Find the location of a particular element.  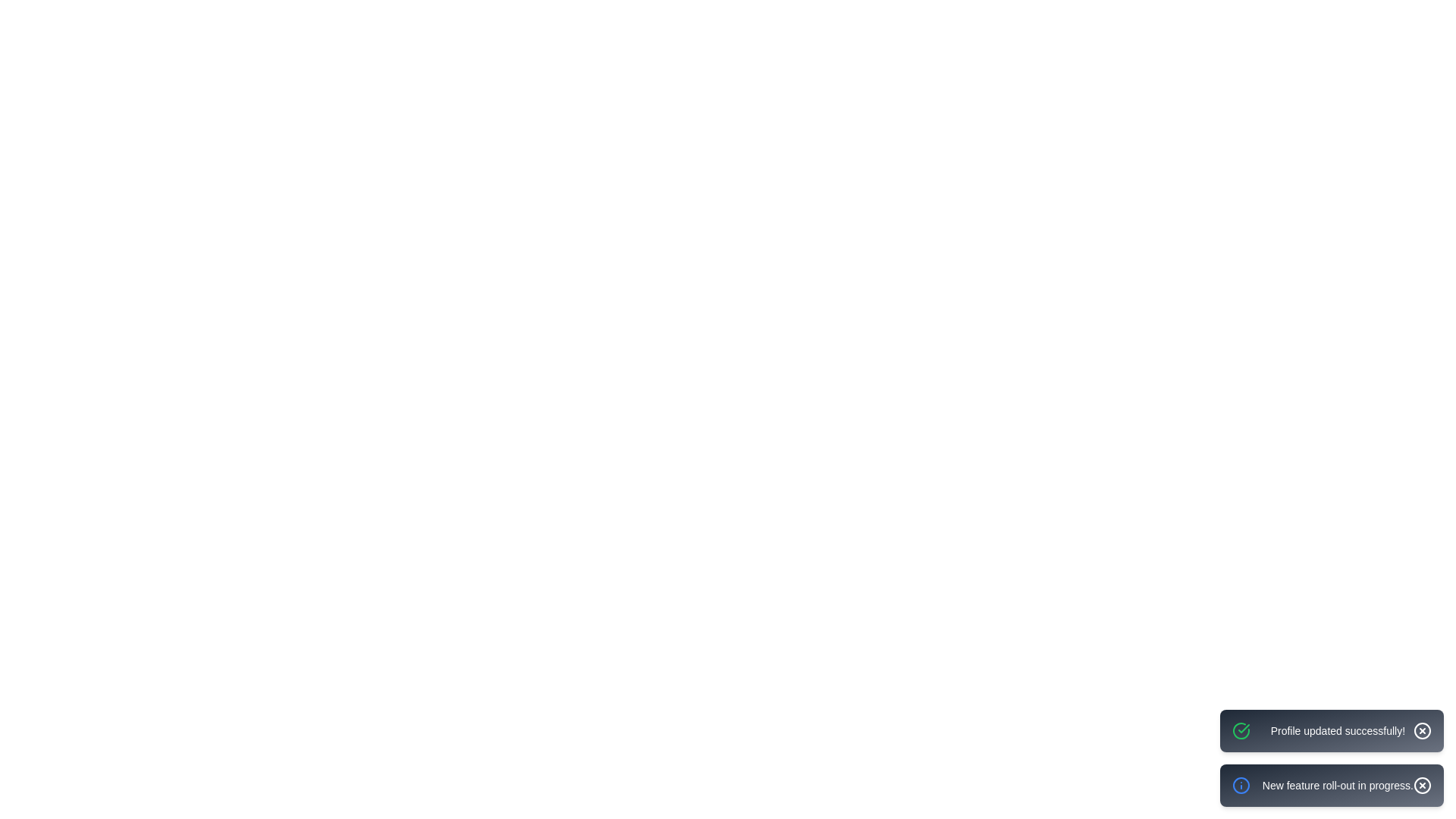

the close button of the notification to dismiss it is located at coordinates (1422, 730).